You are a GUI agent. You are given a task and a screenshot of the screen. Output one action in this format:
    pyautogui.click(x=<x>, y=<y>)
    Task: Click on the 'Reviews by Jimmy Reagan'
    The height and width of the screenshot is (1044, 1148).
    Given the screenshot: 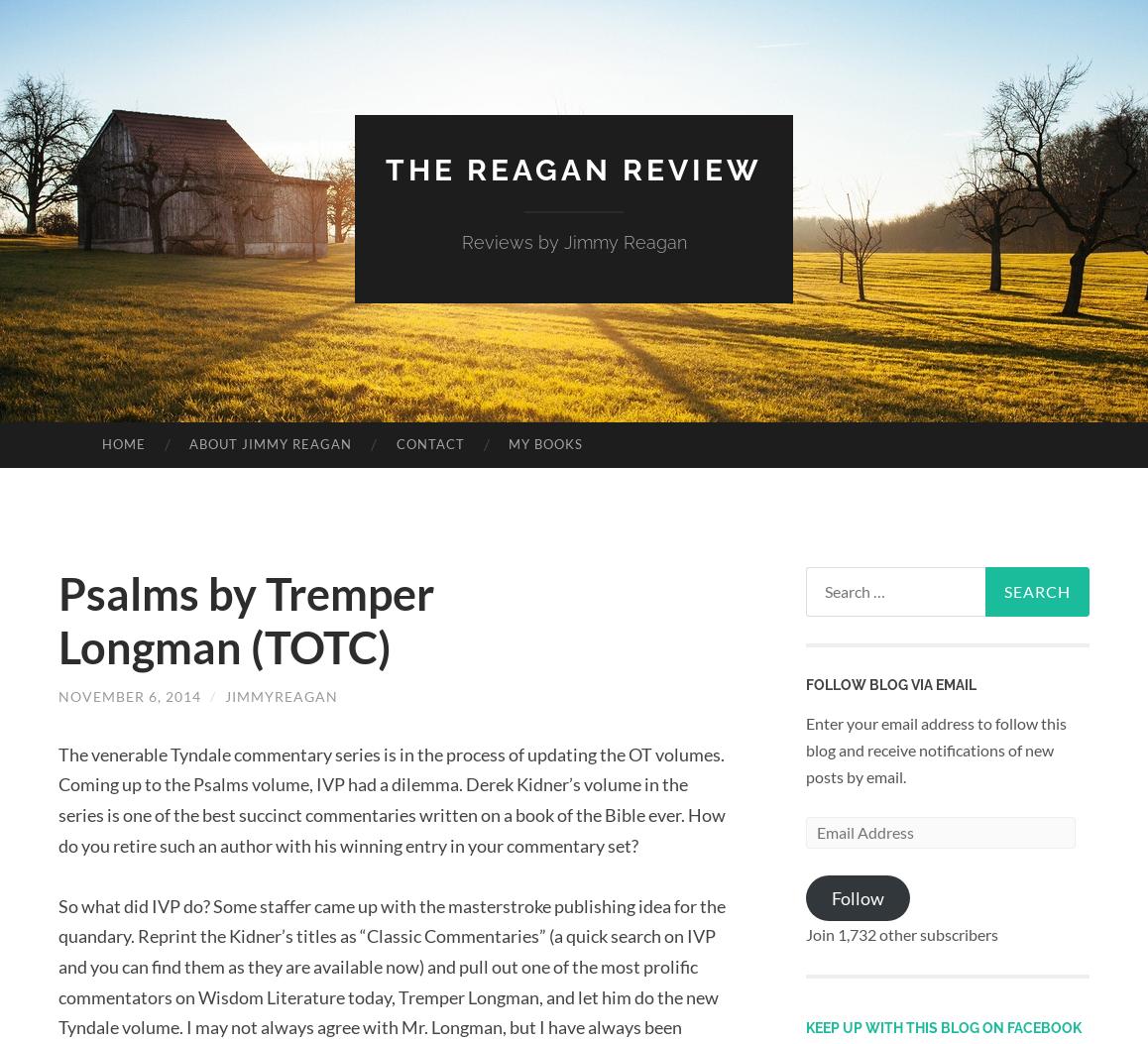 What is the action you would take?
    pyautogui.click(x=573, y=240)
    